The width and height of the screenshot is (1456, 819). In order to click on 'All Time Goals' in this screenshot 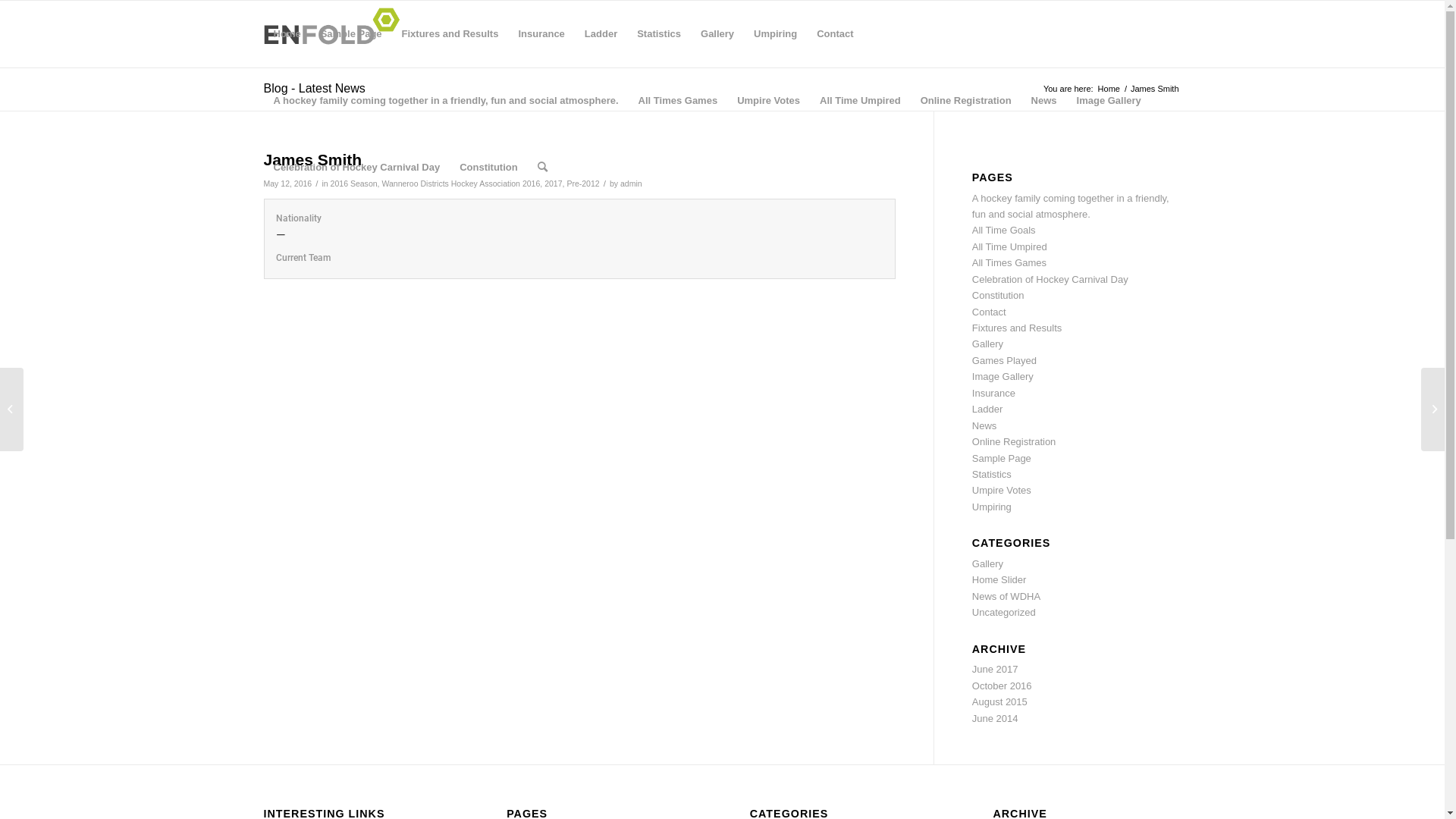, I will do `click(1004, 230)`.